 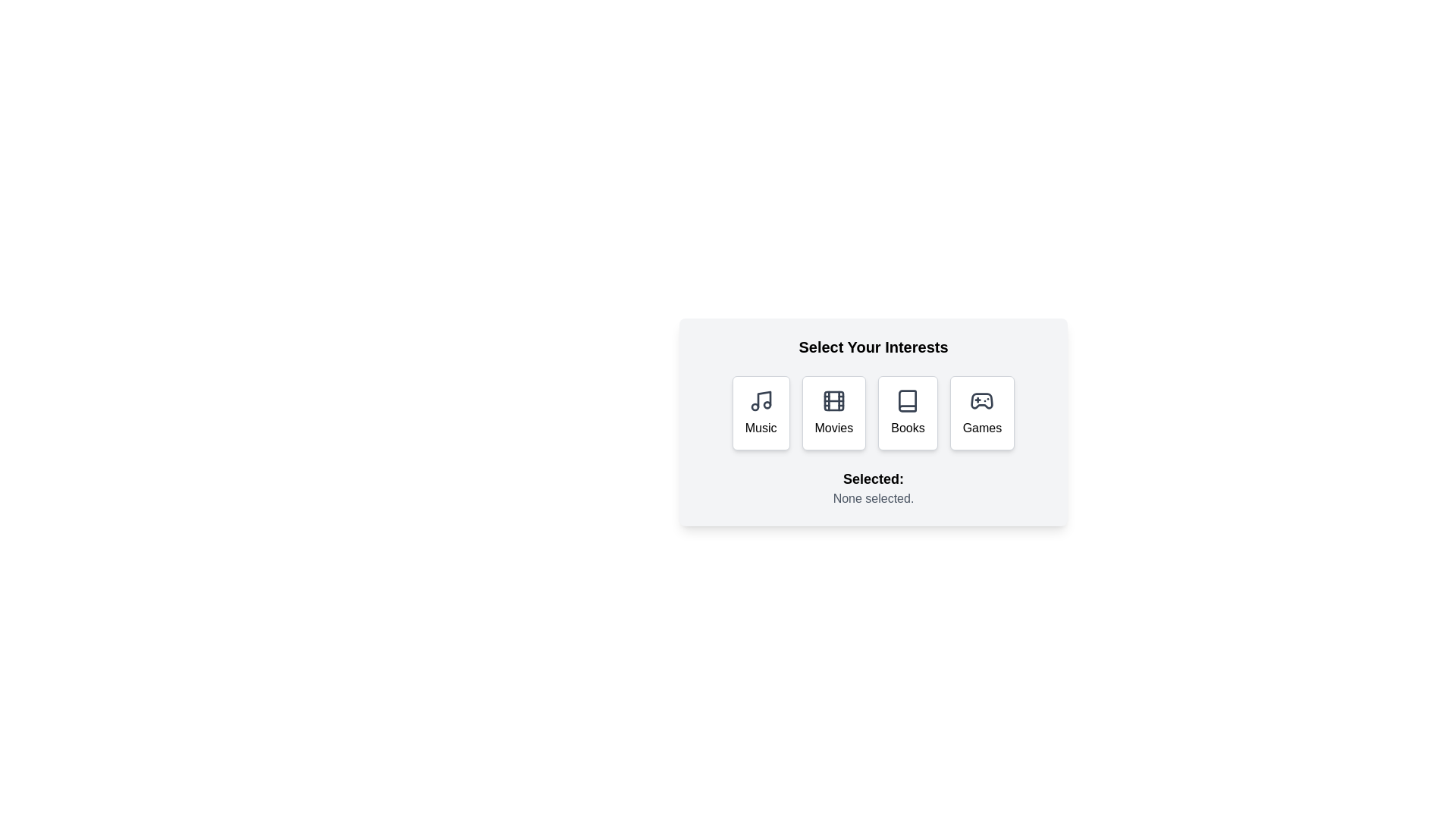 I want to click on the button labeled 'Books' to observe its visual feedback, so click(x=908, y=413).